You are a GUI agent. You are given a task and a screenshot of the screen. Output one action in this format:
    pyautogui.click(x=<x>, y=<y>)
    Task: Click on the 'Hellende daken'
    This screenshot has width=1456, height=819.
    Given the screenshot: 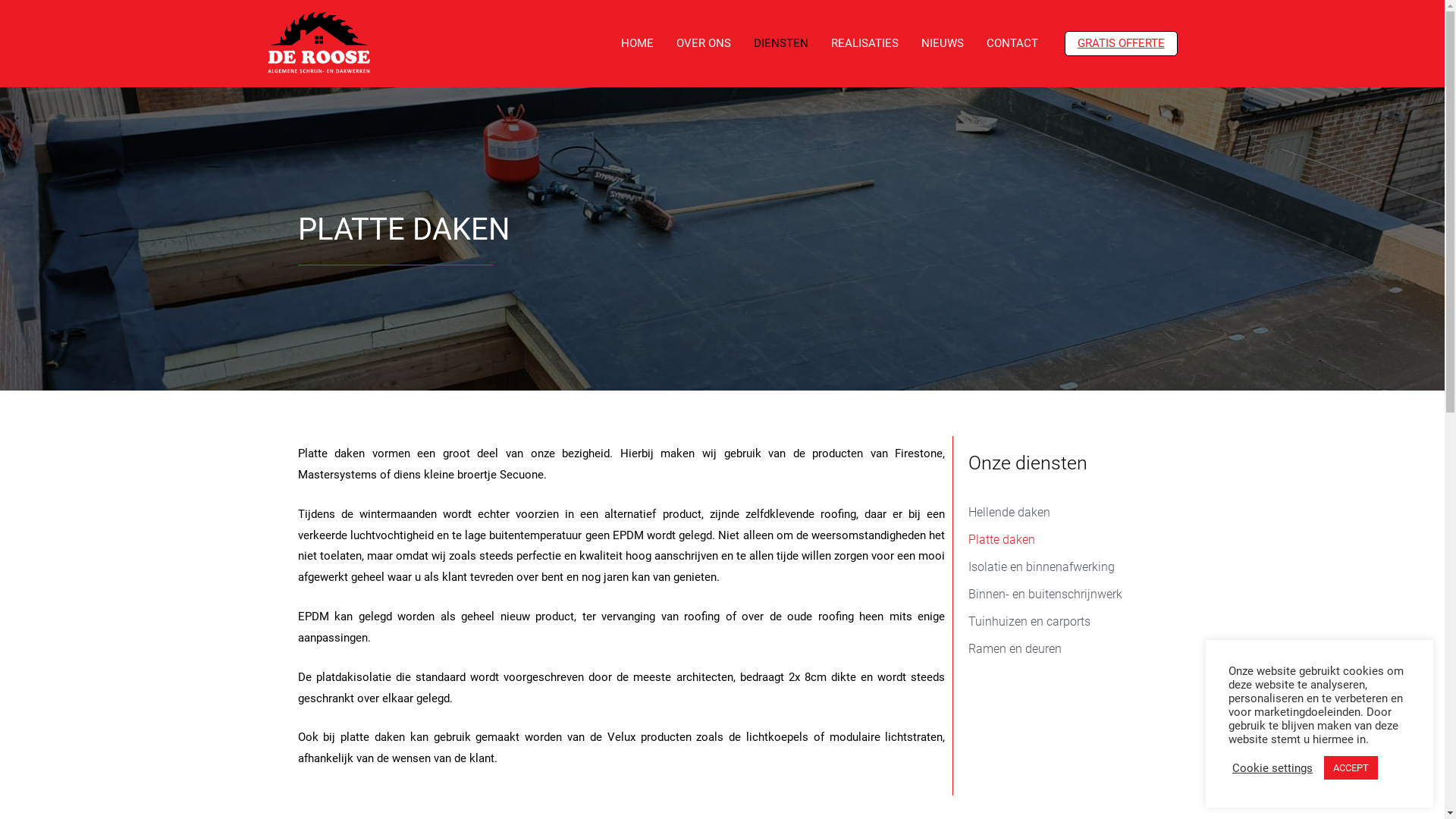 What is the action you would take?
    pyautogui.click(x=1051, y=512)
    